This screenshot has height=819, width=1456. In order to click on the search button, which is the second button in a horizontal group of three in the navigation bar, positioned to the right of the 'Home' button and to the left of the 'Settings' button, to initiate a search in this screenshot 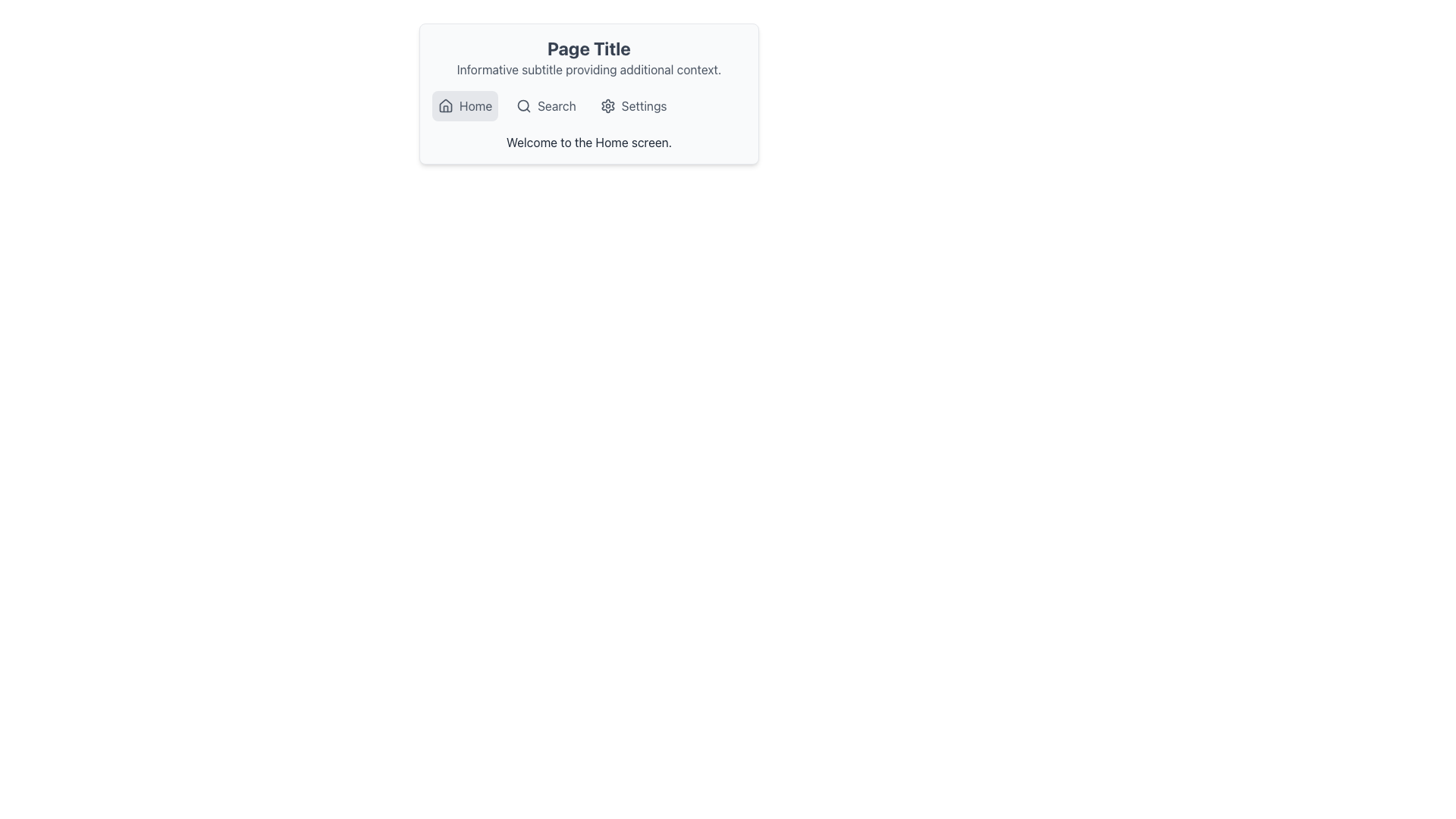, I will do `click(546, 105)`.